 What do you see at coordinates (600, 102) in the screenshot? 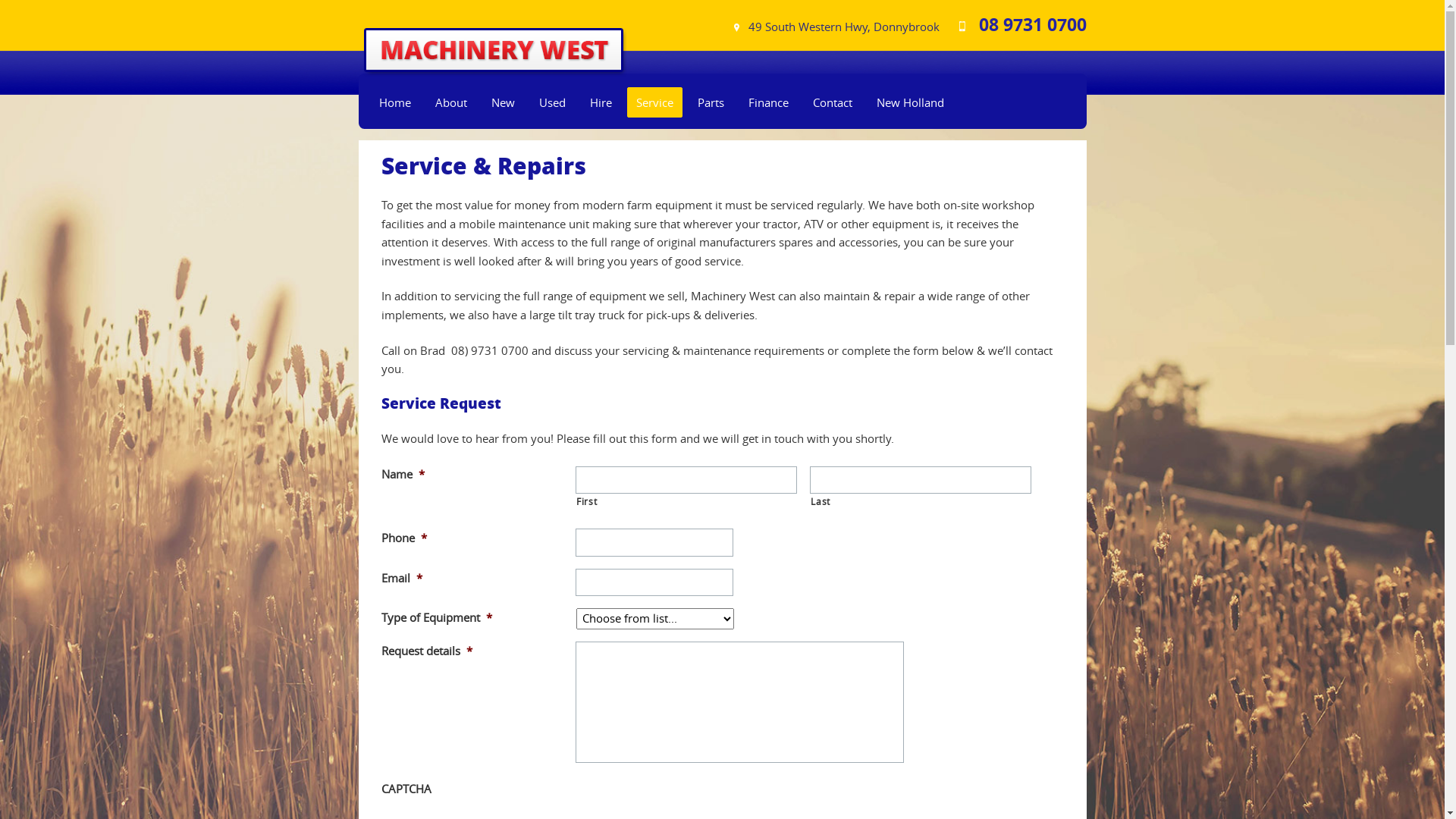
I see `'Hire'` at bounding box center [600, 102].